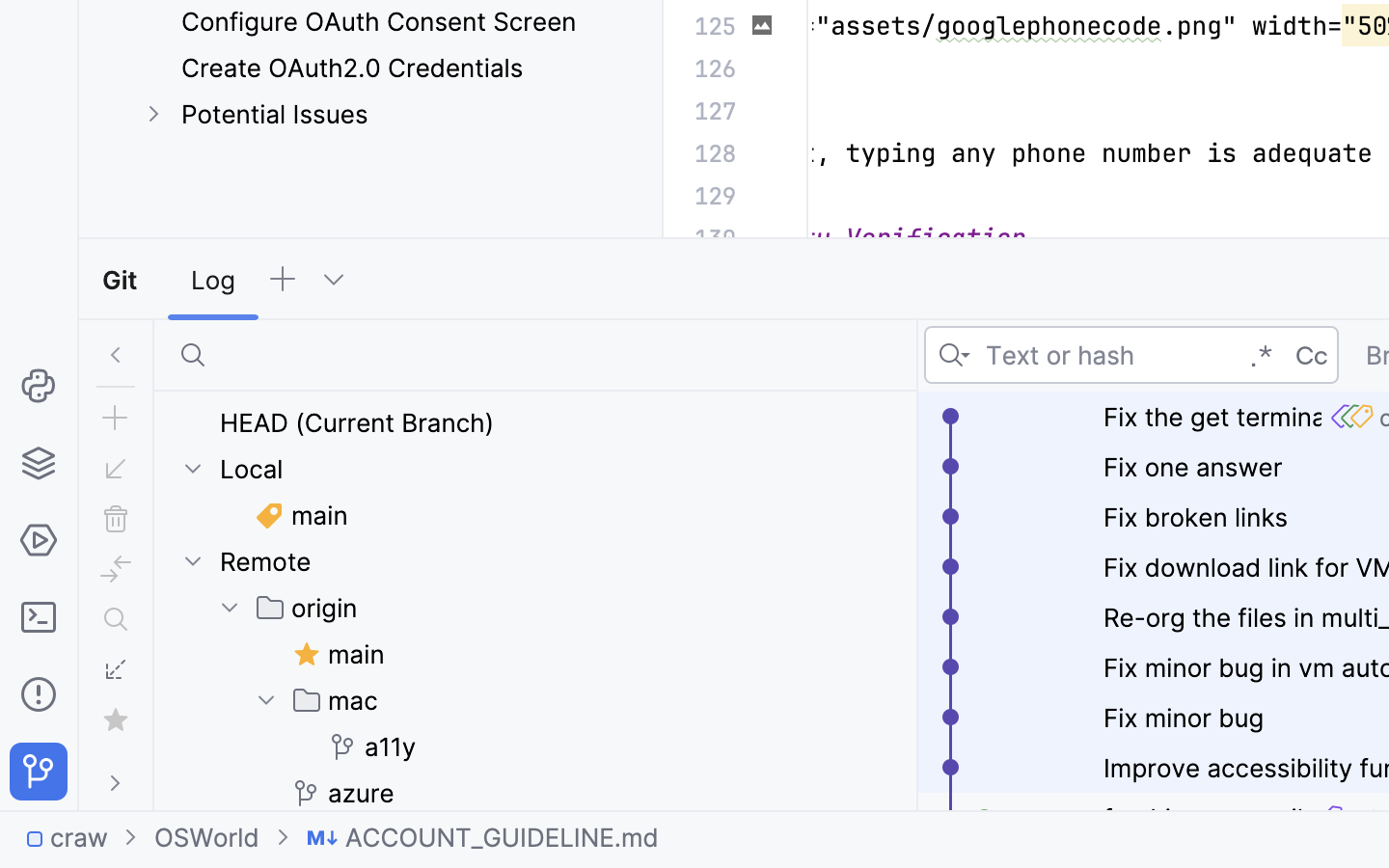 Image resolution: width=1389 pixels, height=868 pixels. I want to click on 'Git', so click(123, 278).